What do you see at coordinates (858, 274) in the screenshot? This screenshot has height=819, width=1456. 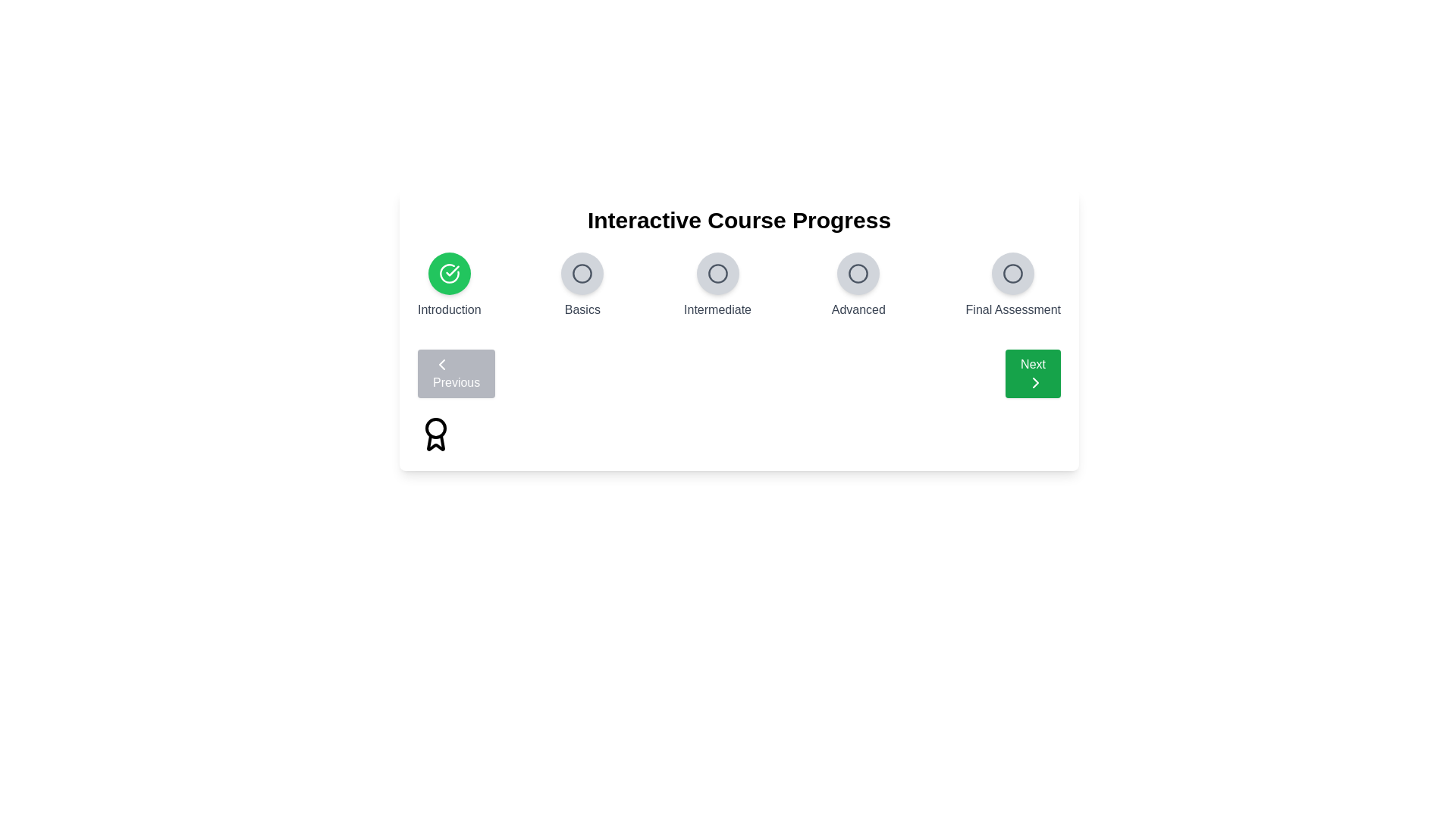 I see `the circular icon with a gray border and white background, which is the third button in the sequence of circular buttons, located between the 'Intermediate' and 'Final Assessment' buttons` at bounding box center [858, 274].